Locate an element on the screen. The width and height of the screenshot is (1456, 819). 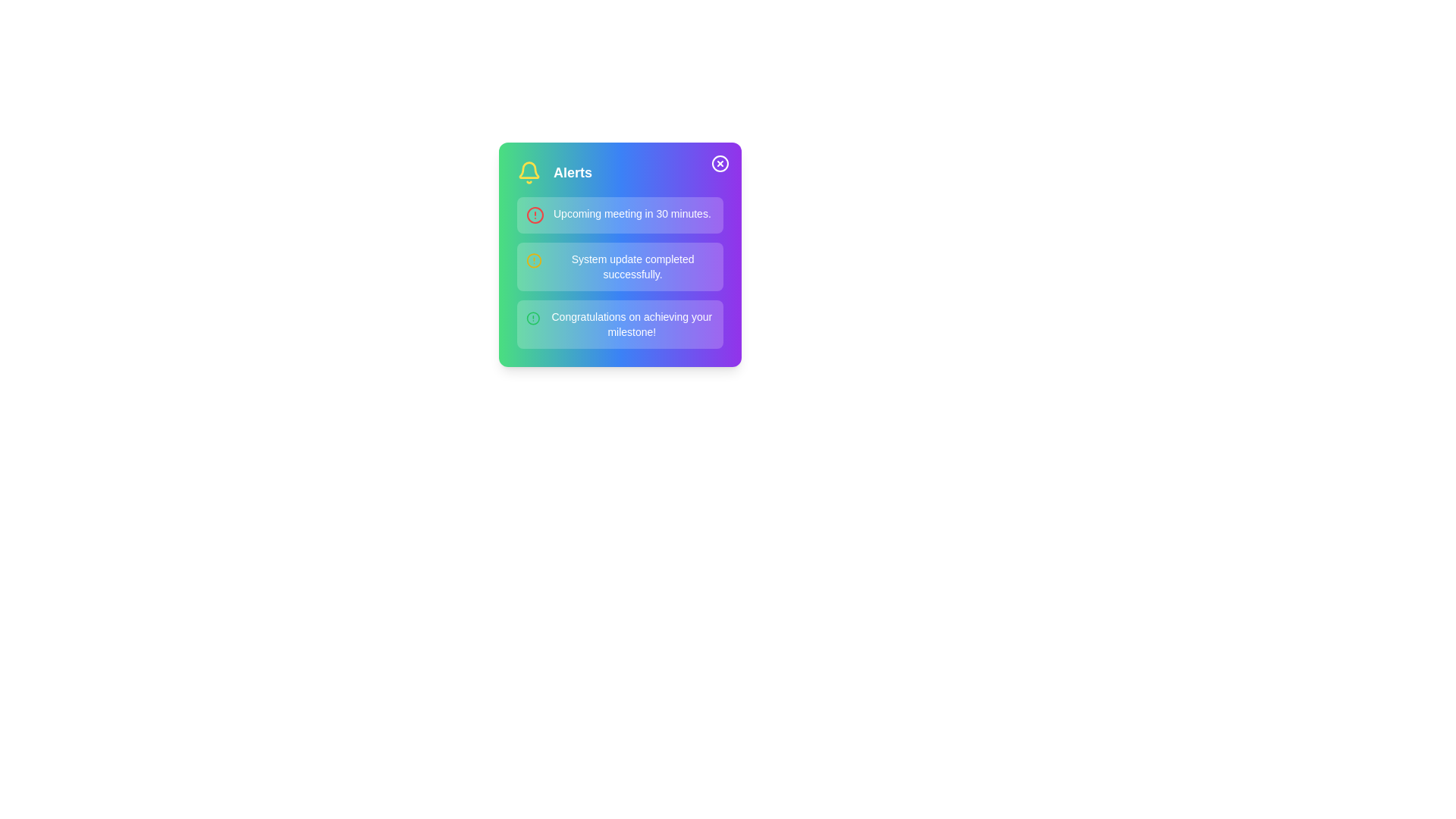
the alert icon, which is a bell-shaped icon with a yellow outline located to the left of the word 'Alerts' in the notifications panel header is located at coordinates (529, 171).